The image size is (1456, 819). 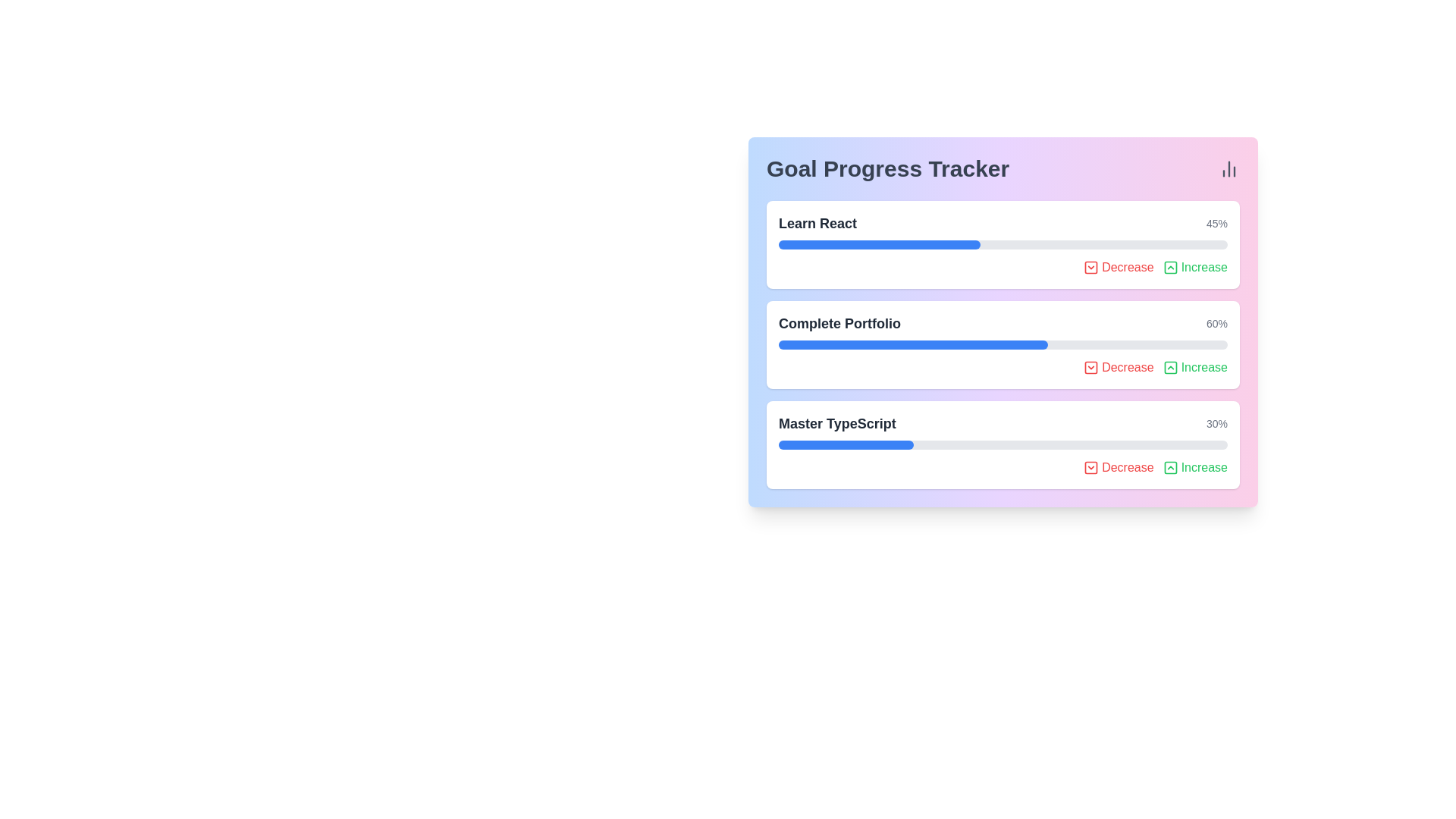 I want to click on the decorative graphic element within the SVG that has a square shape with rounded corners and is styled with a standard border color, so click(x=1090, y=267).